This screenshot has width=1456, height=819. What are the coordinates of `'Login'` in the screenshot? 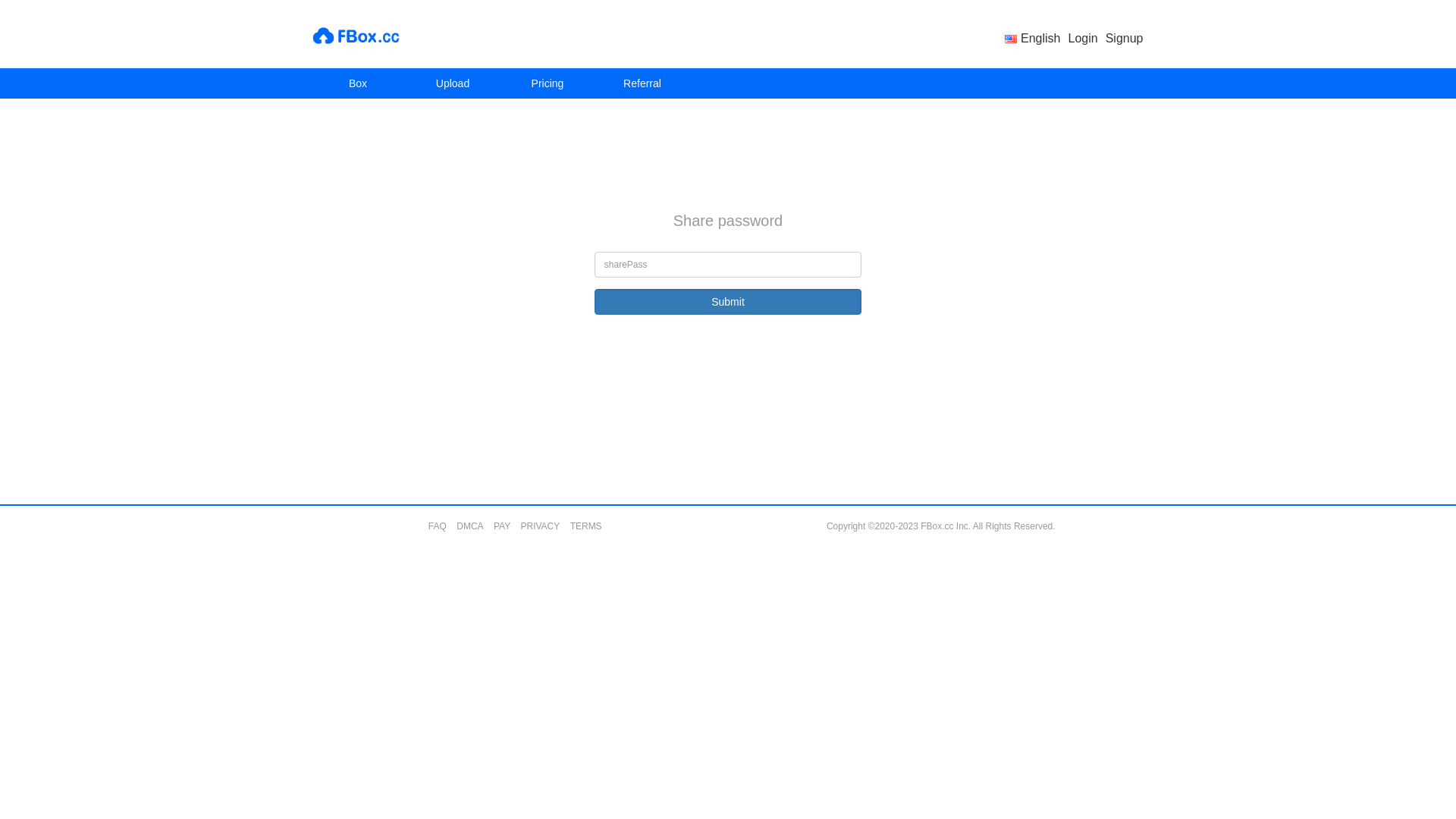 It's located at (1068, 37).